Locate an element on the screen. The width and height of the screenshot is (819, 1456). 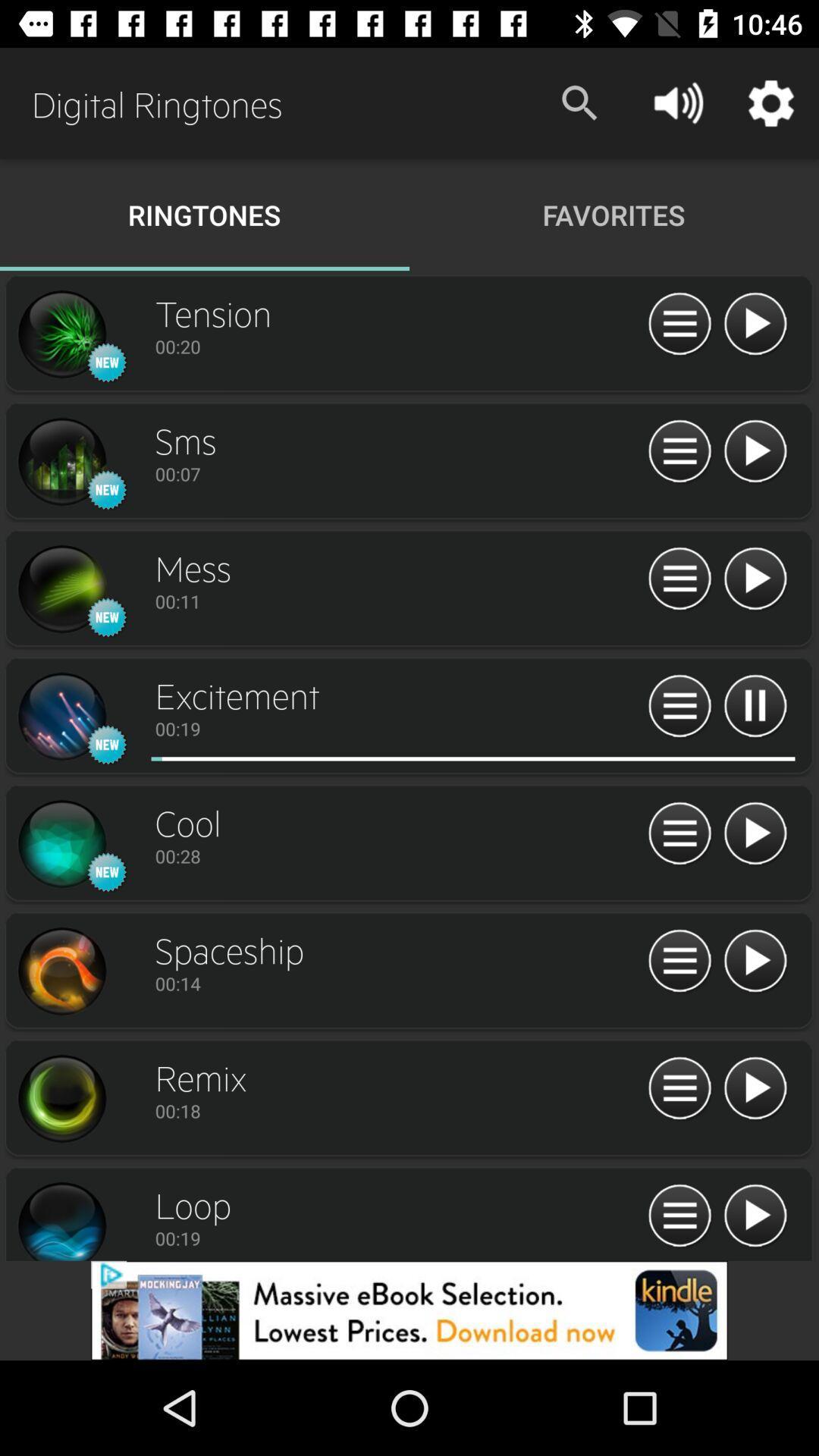
the sound is located at coordinates (755, 579).